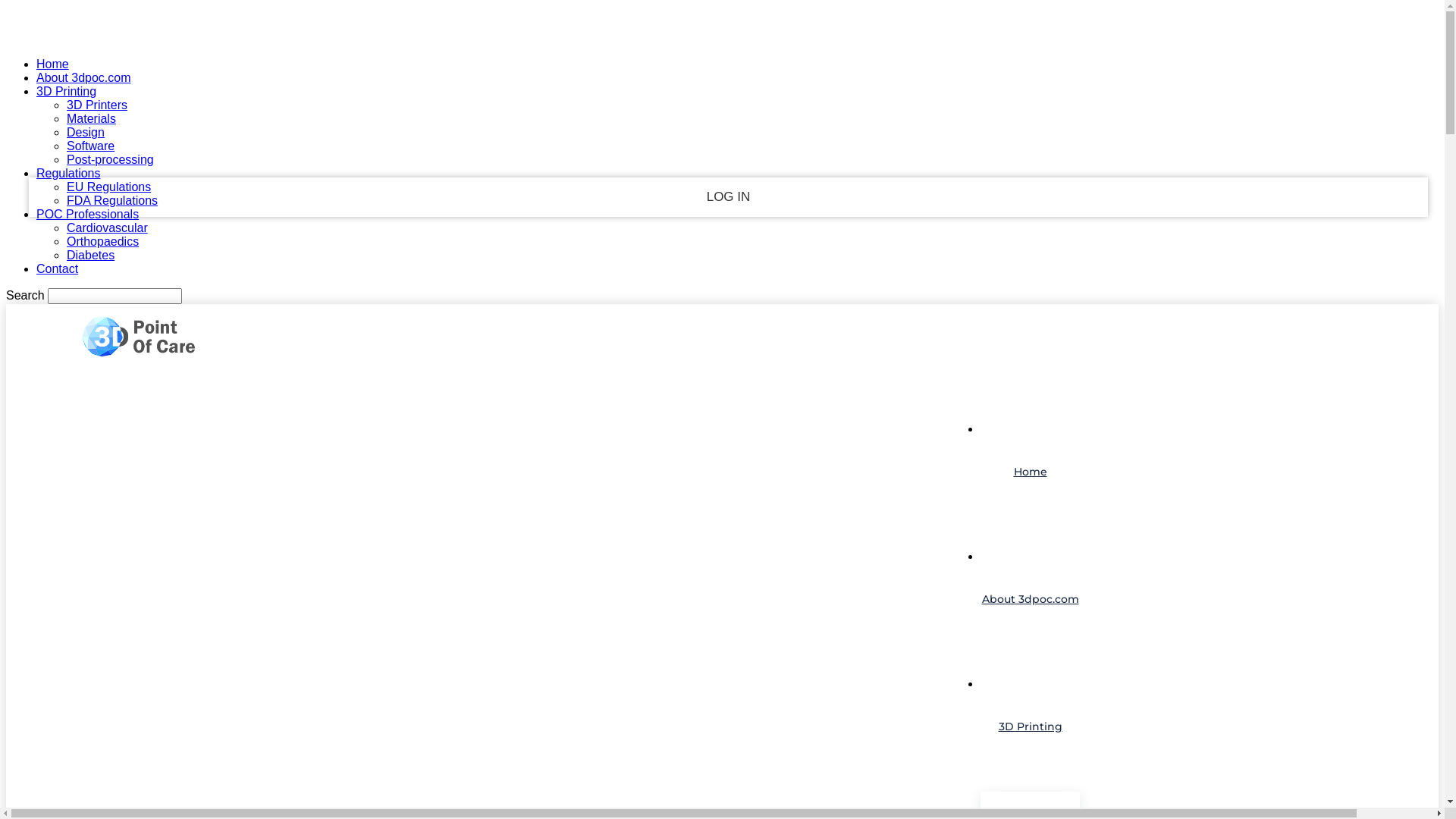 This screenshot has height=819, width=1456. What do you see at coordinates (36, 214) in the screenshot?
I see `'POC Professionals'` at bounding box center [36, 214].